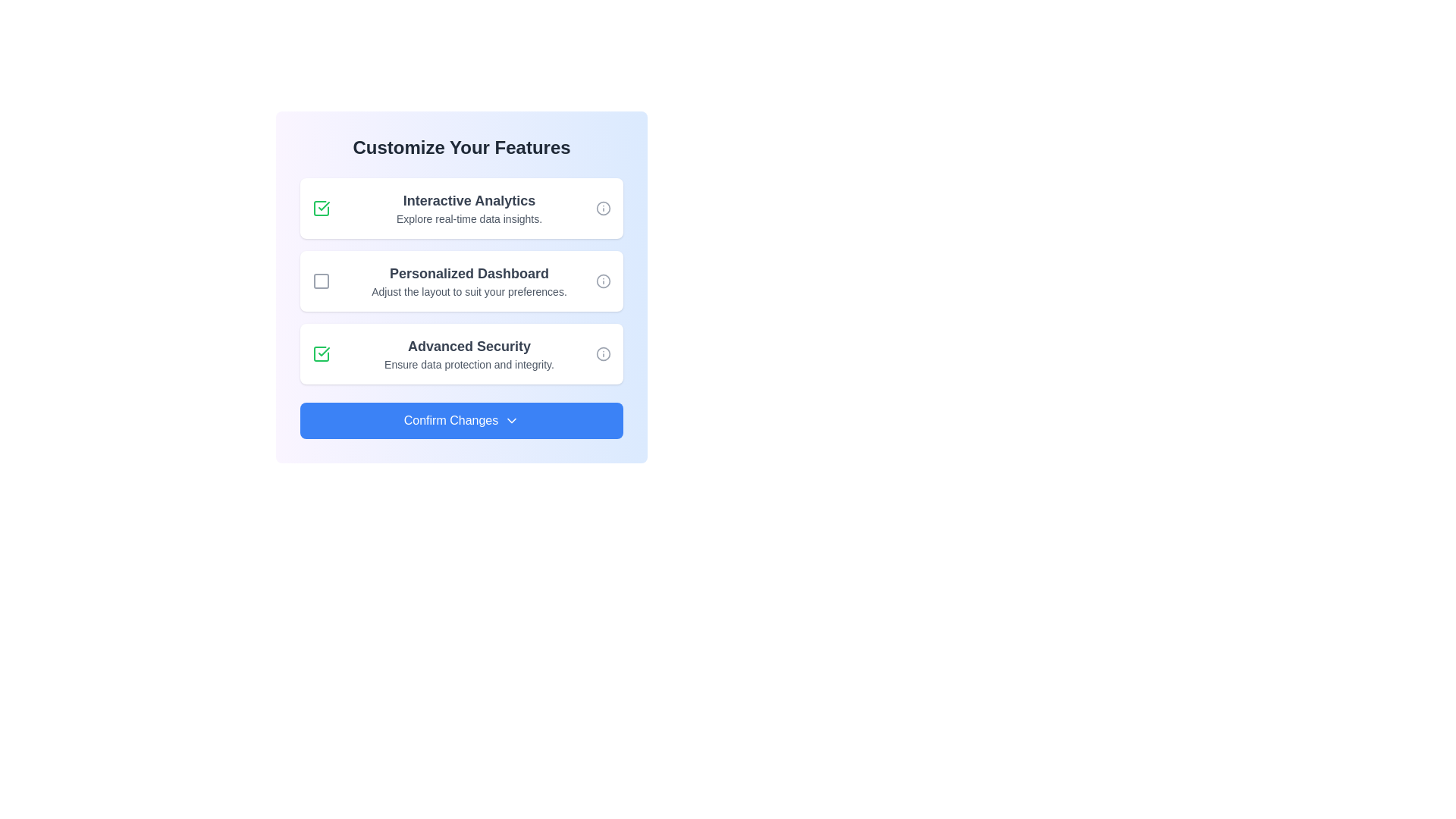  What do you see at coordinates (603, 281) in the screenshot?
I see `the information indicator icon located to the right of the 'Personalized Dashboard' text, which displays additional details when interacted with` at bounding box center [603, 281].